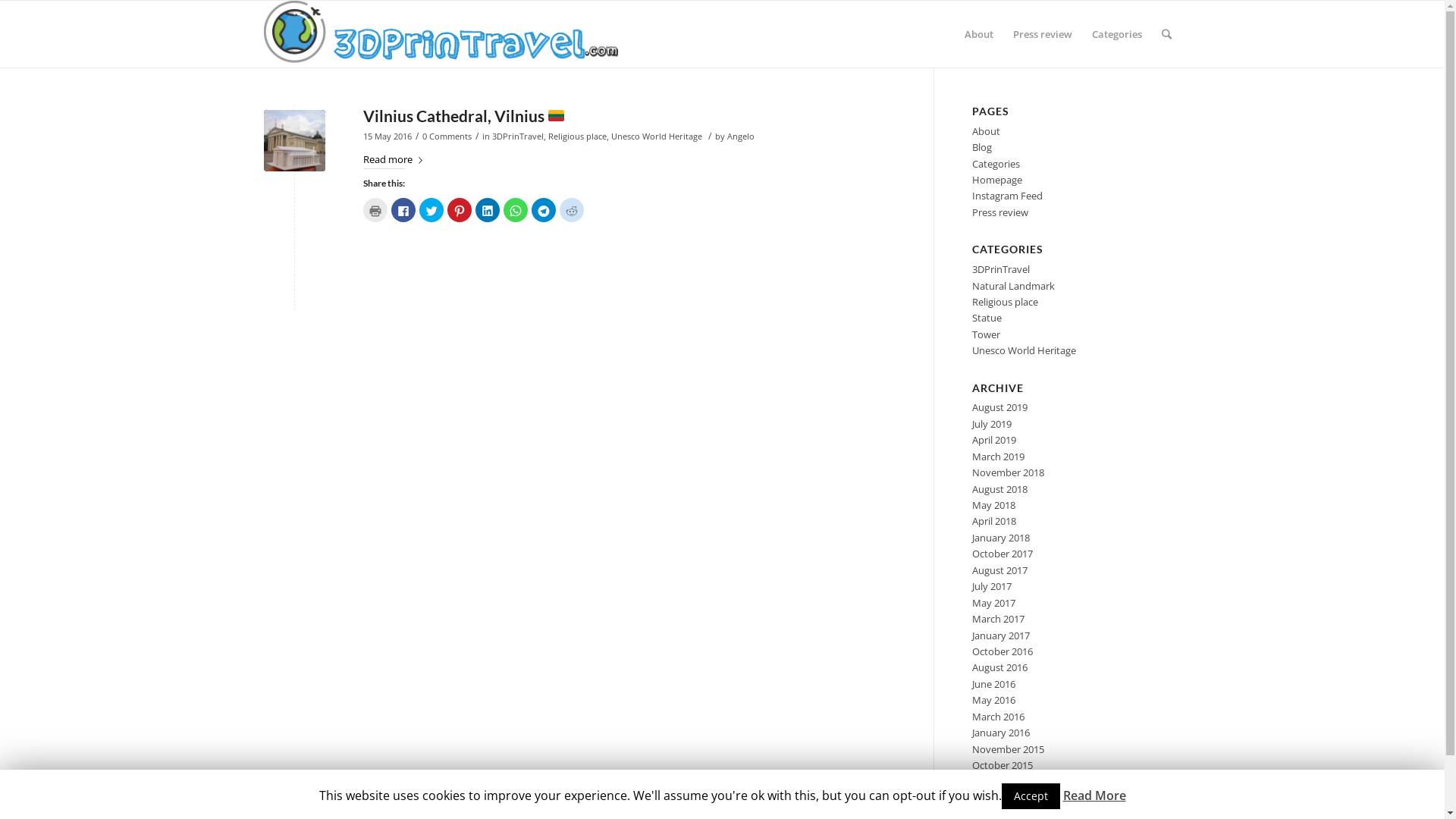  What do you see at coordinates (971, 635) in the screenshot?
I see `'January 2017'` at bounding box center [971, 635].